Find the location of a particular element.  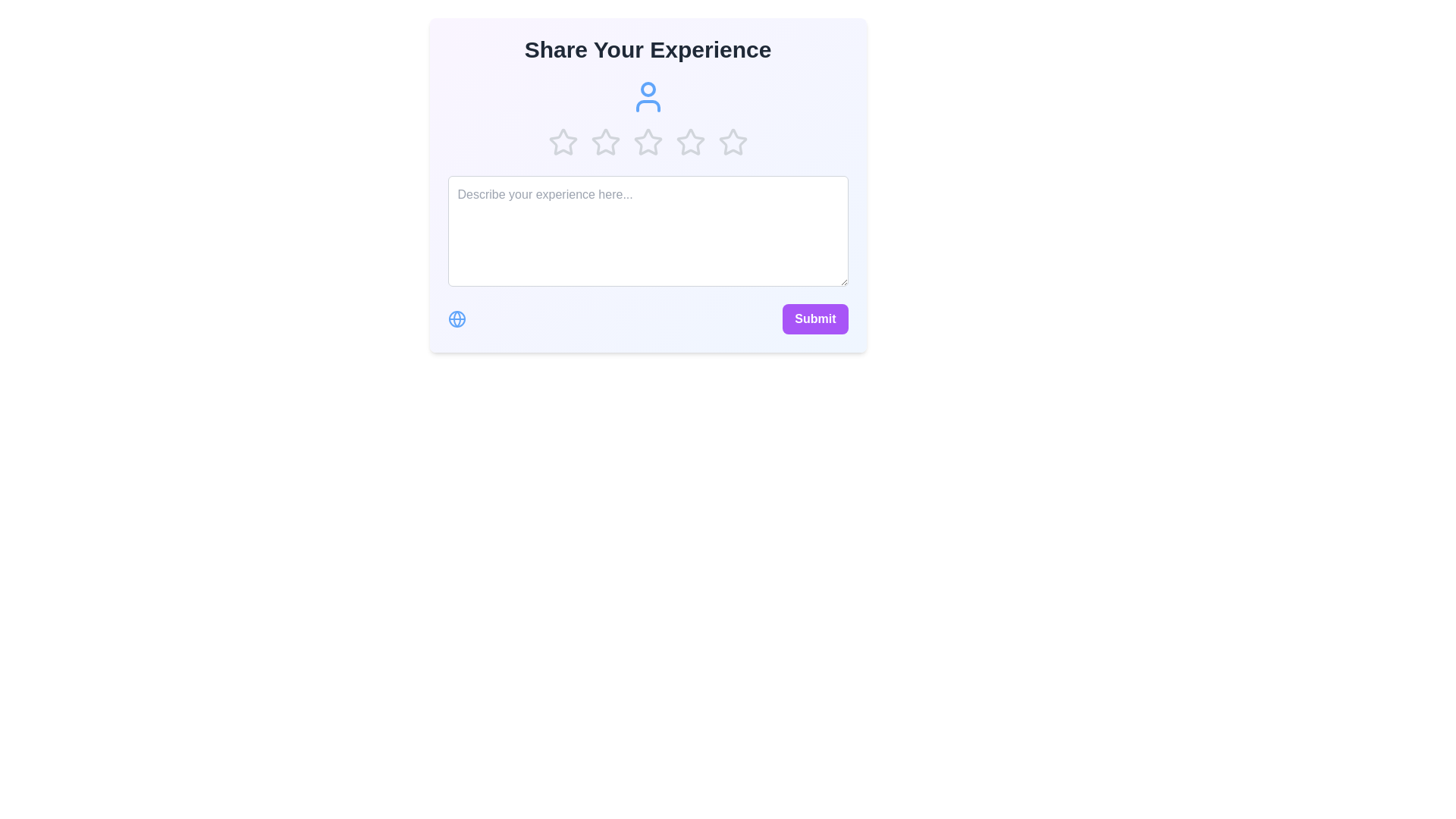

the second star in the star-shaped rating component below the 'Share Your Experience' header is located at coordinates (648, 142).